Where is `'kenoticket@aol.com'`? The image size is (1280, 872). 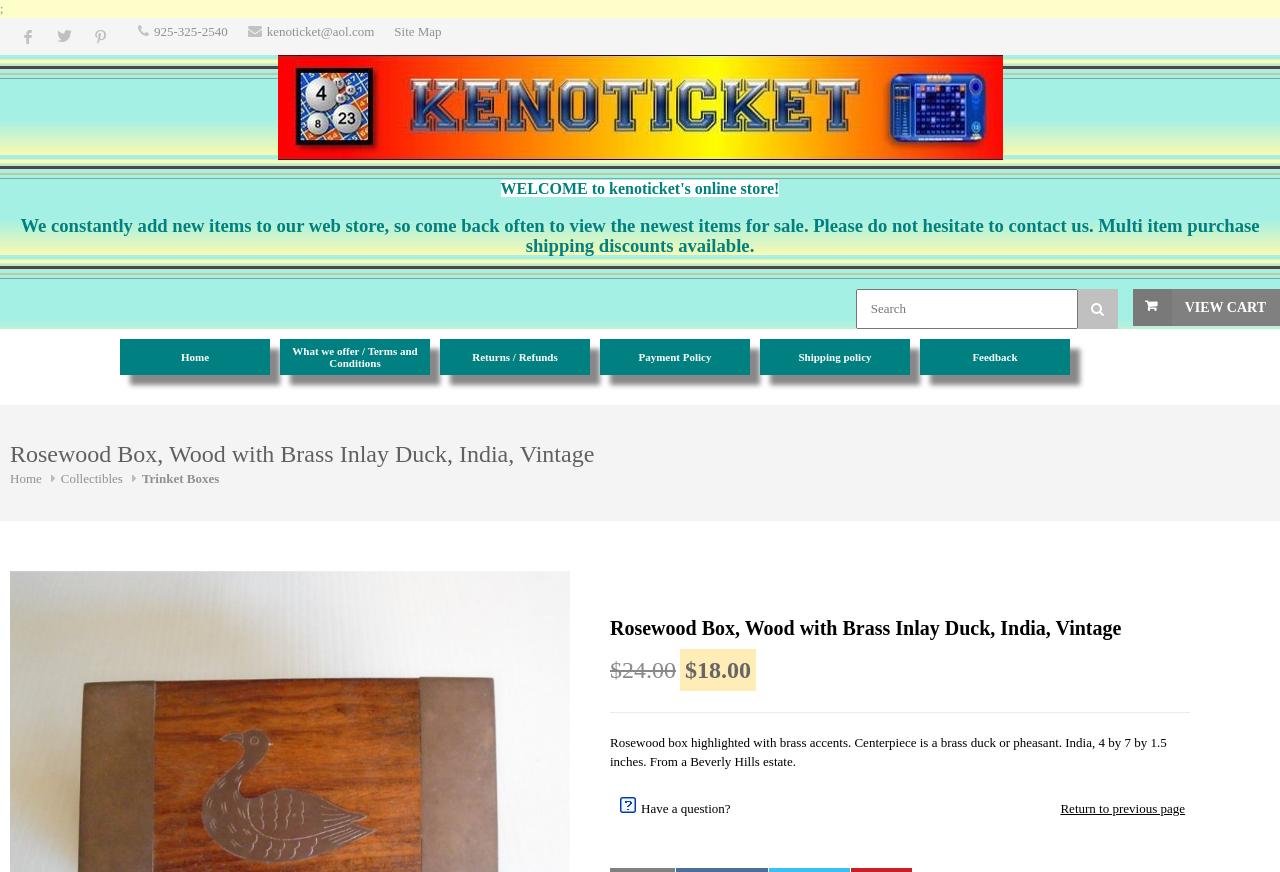 'kenoticket@aol.com' is located at coordinates (320, 30).